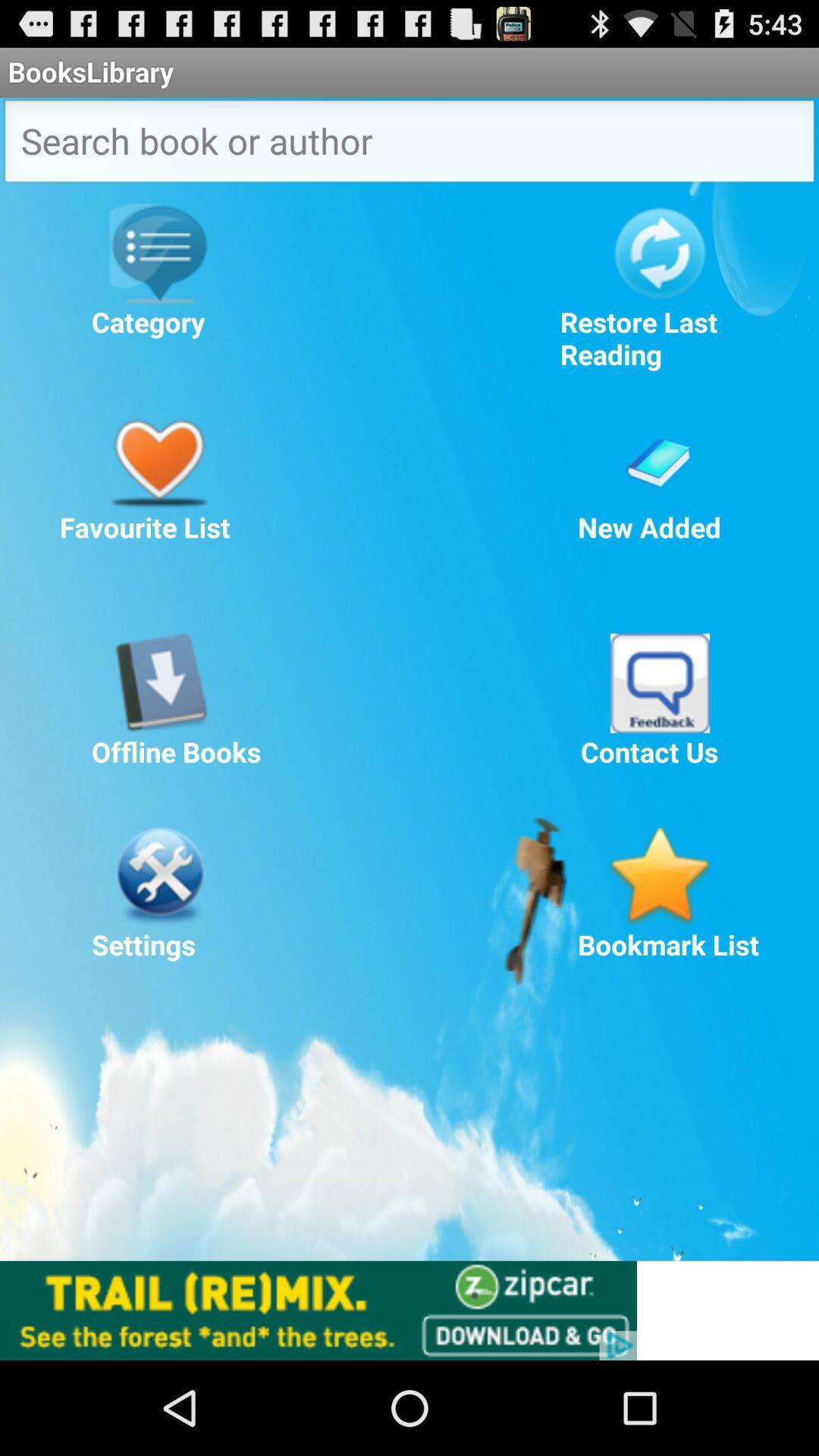  Describe the element at coordinates (409, 146) in the screenshot. I see `search book or author` at that location.